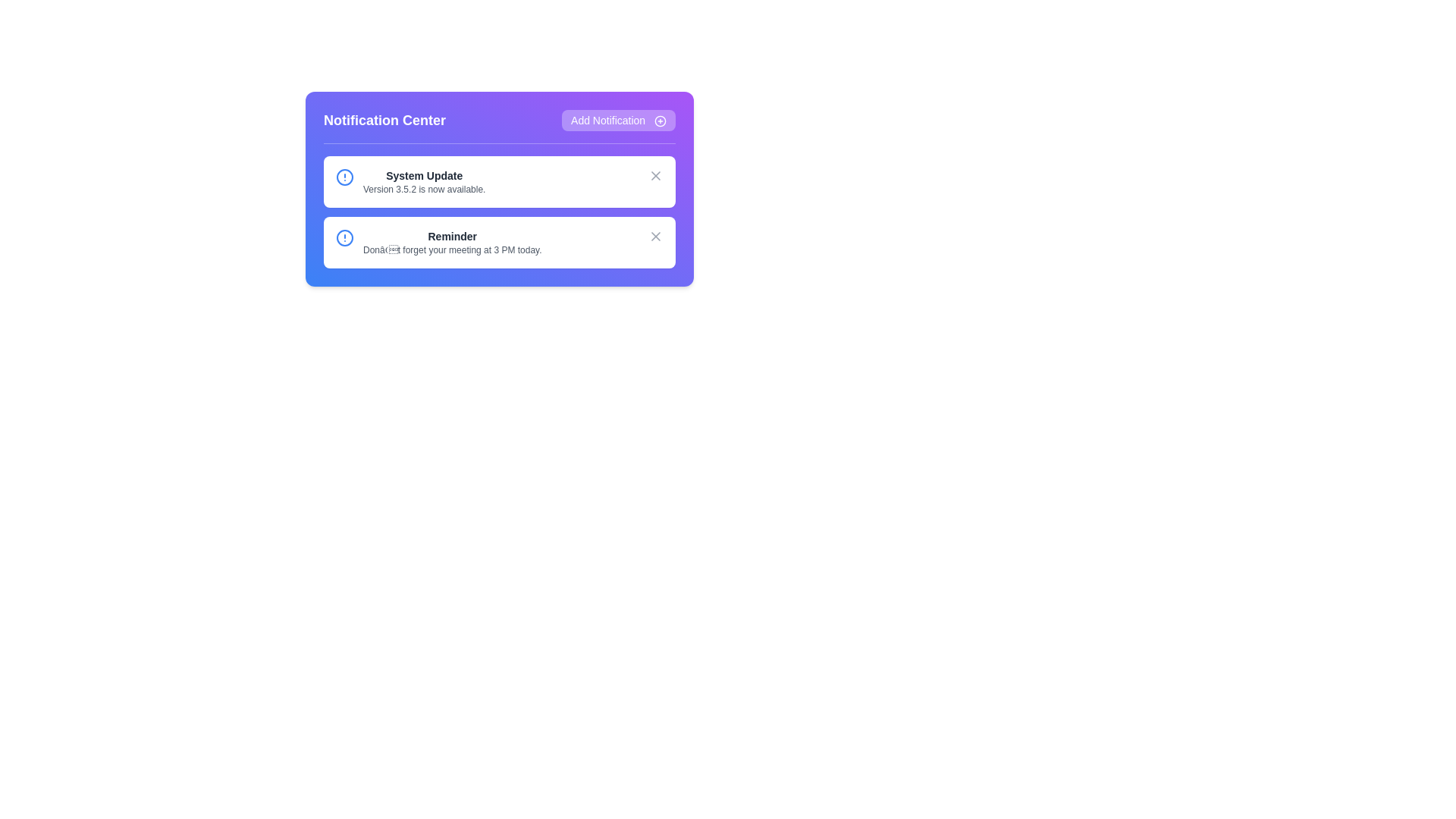 This screenshot has height=819, width=1456. What do you see at coordinates (344, 177) in the screenshot?
I see `the circular icon with a blue border and a vertical exclamation mark within it, located to the left of the 'System Update' text in the Notification Center panel` at bounding box center [344, 177].